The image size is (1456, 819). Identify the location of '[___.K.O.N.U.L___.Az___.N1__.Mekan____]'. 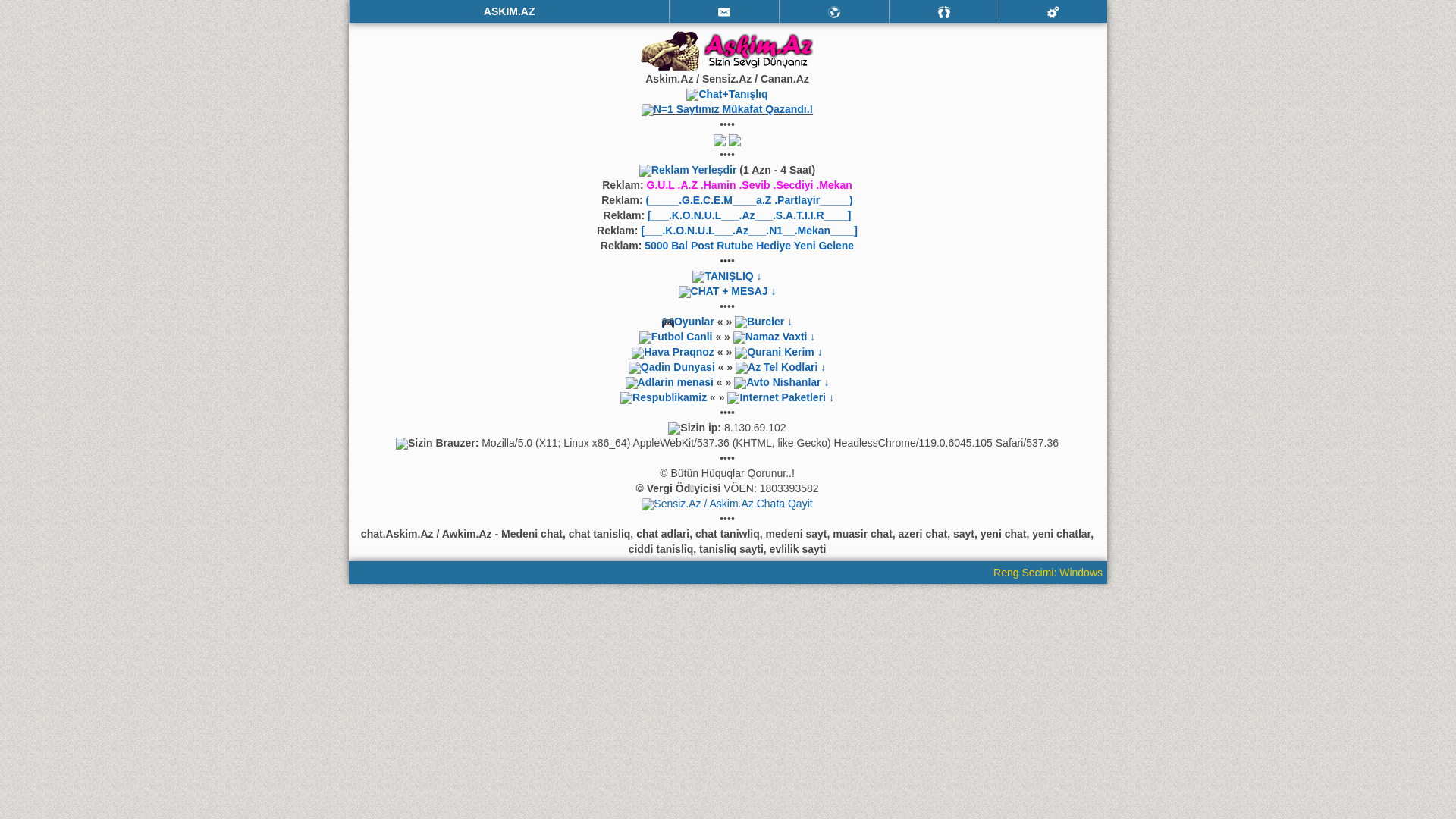
(749, 231).